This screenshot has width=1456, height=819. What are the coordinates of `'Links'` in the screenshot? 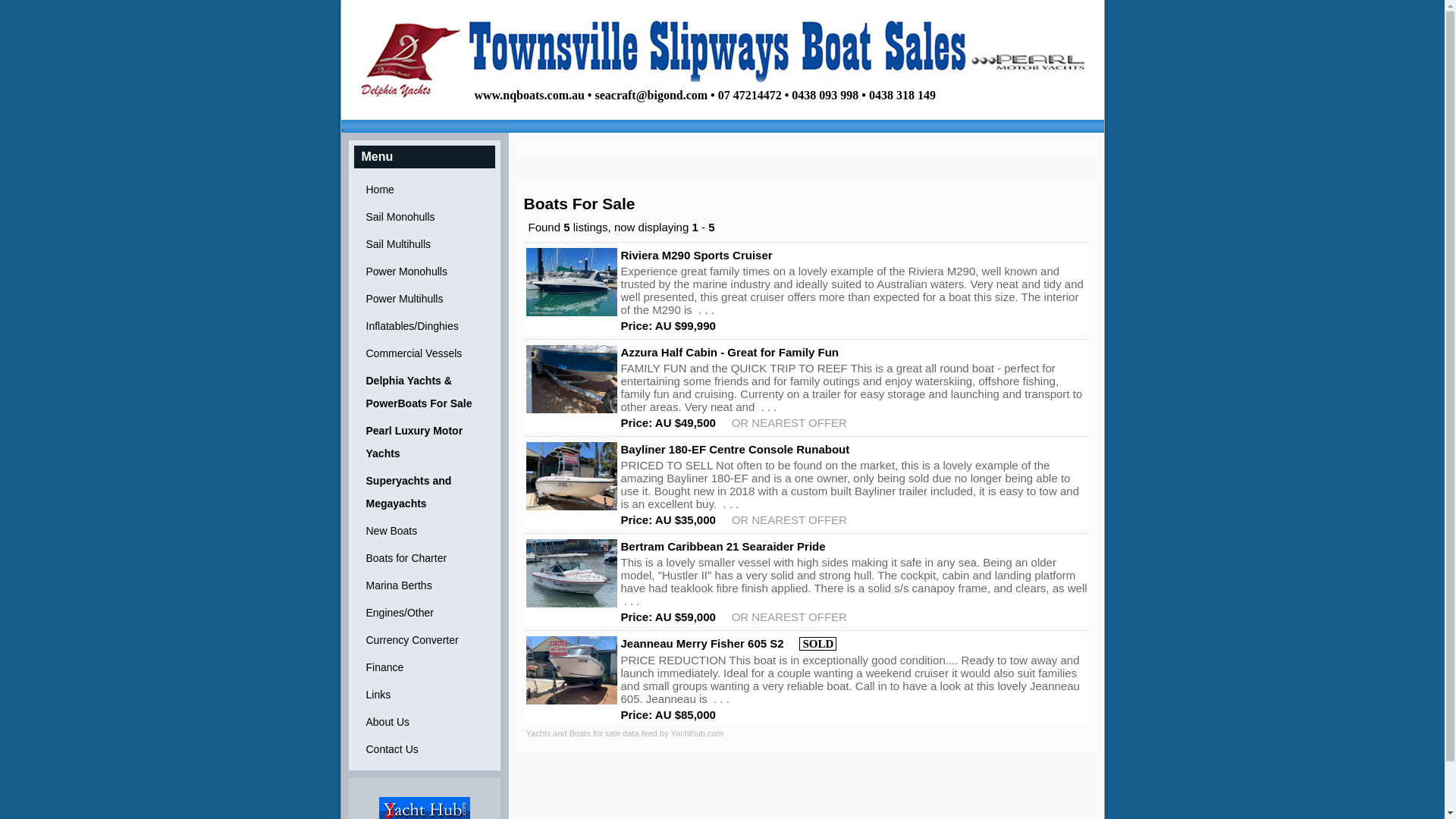 It's located at (425, 694).